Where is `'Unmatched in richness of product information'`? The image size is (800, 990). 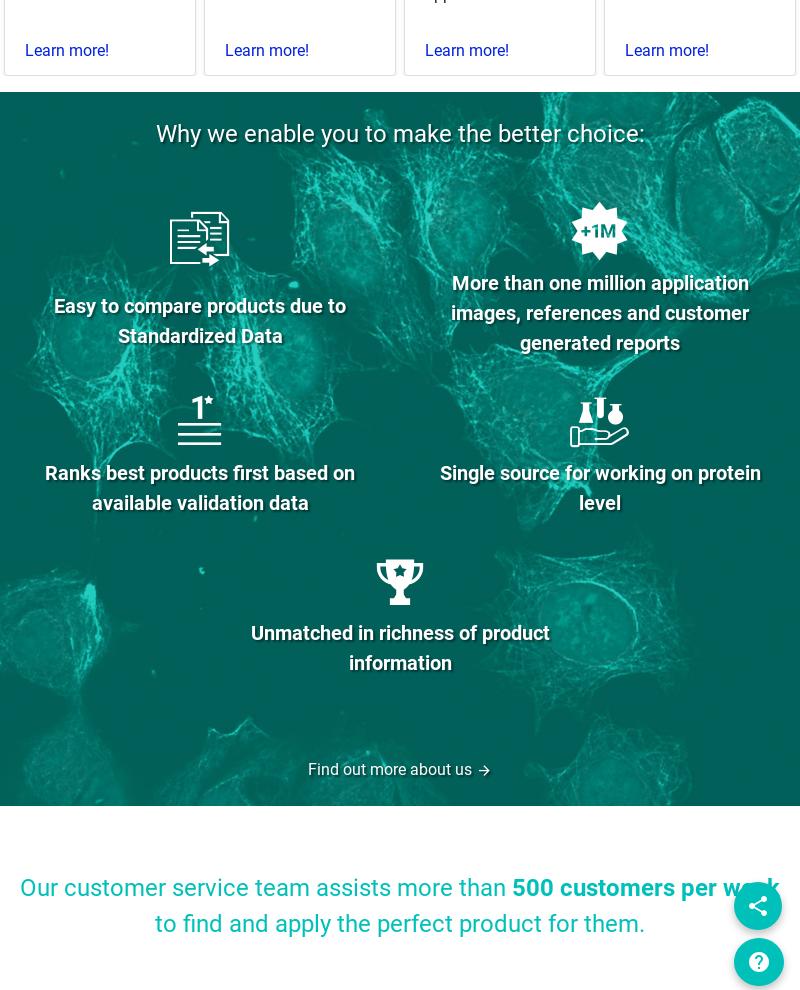
'Unmatched in richness of product information' is located at coordinates (398, 647).